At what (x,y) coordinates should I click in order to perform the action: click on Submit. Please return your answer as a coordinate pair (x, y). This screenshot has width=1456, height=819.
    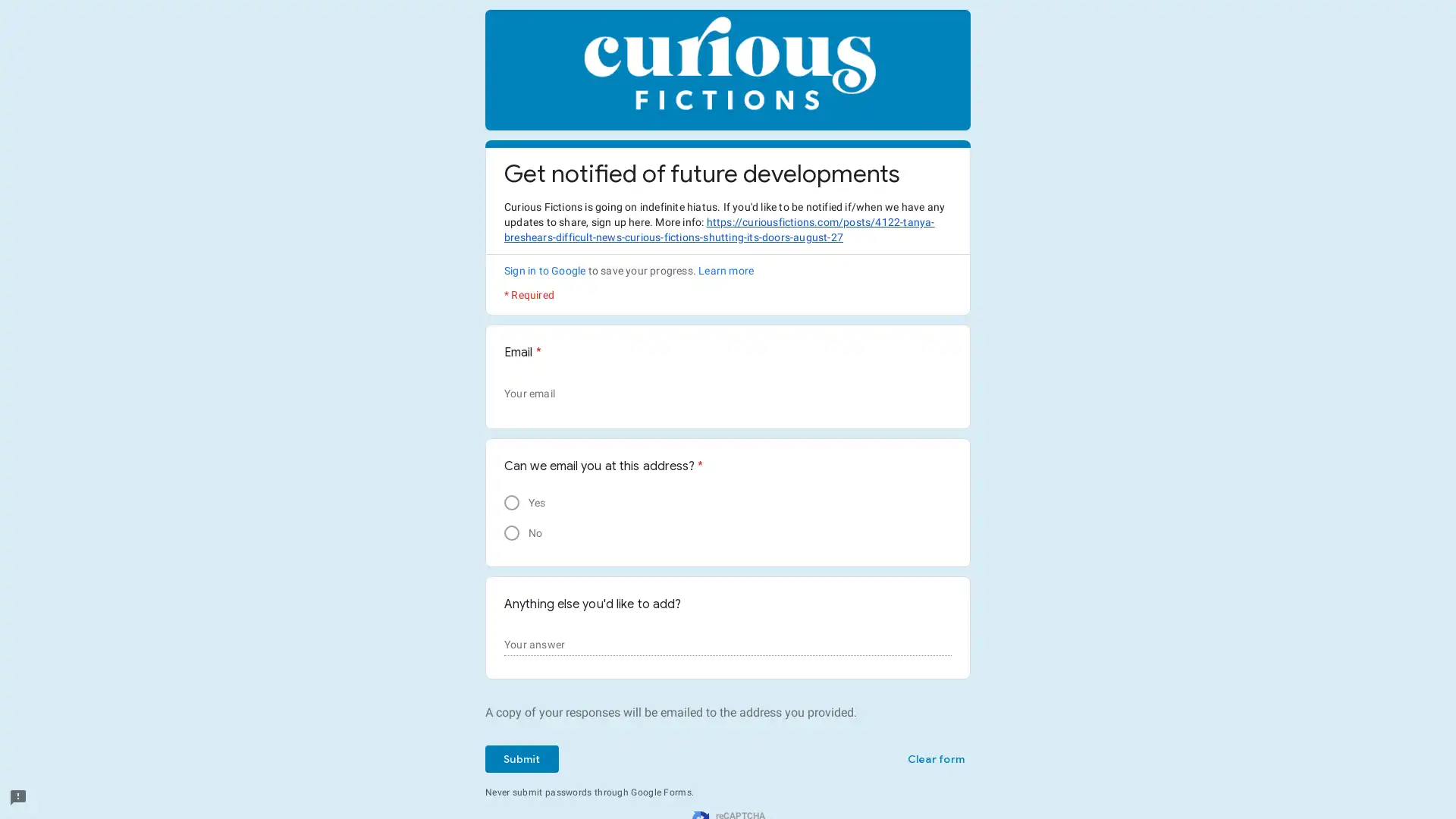
    Looking at the image, I should click on (521, 759).